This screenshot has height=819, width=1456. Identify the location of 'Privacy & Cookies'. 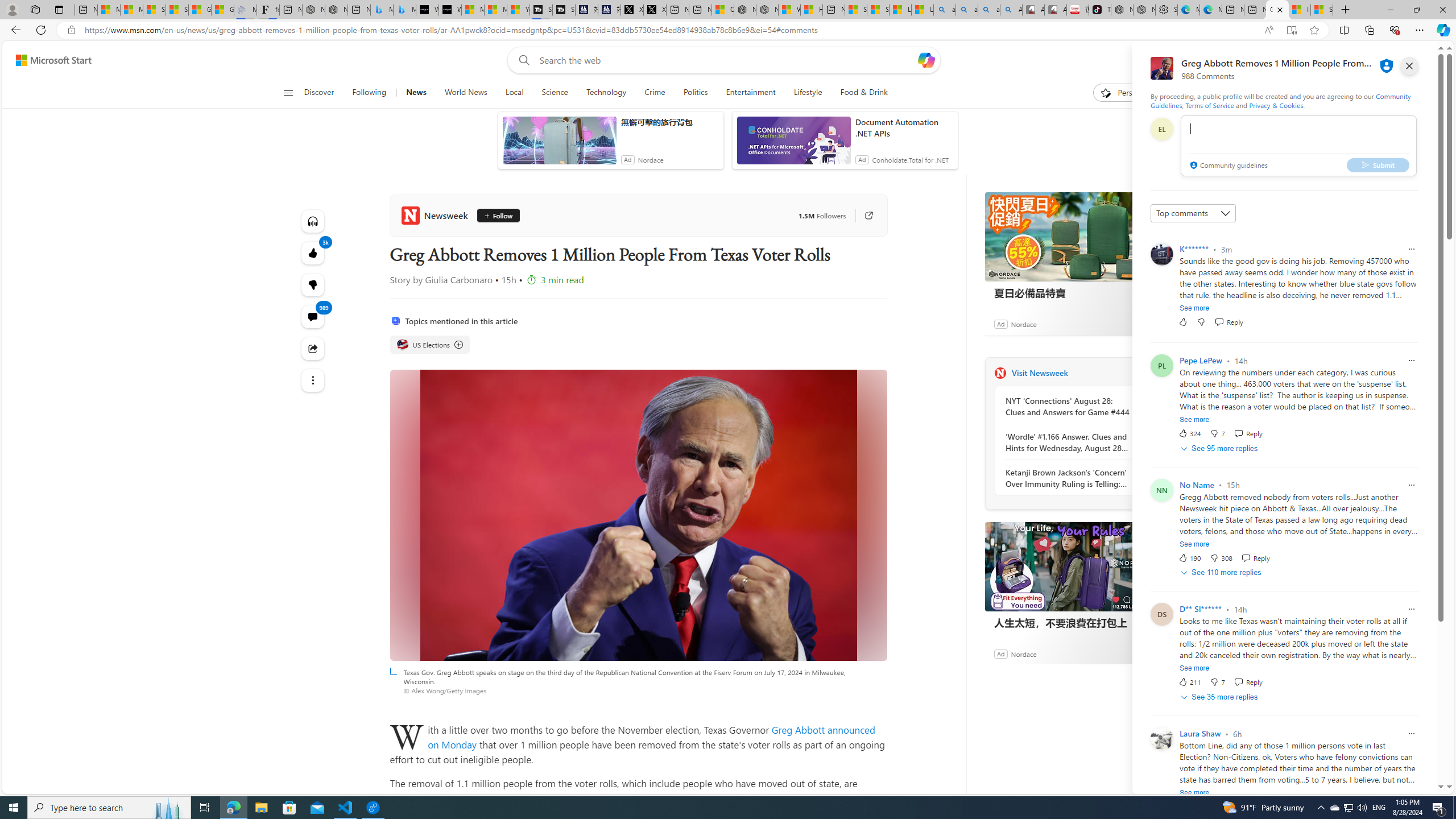
(1275, 105).